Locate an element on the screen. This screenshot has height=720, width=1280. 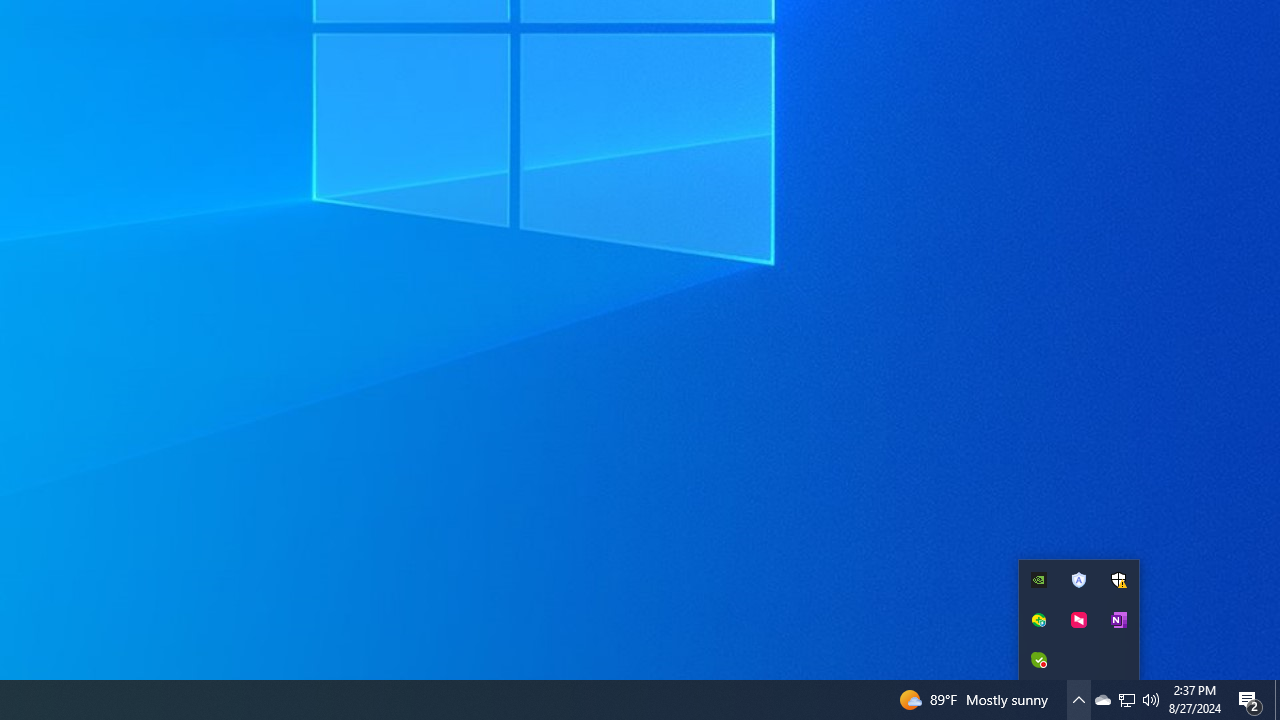
'New quick note' is located at coordinates (1118, 618).